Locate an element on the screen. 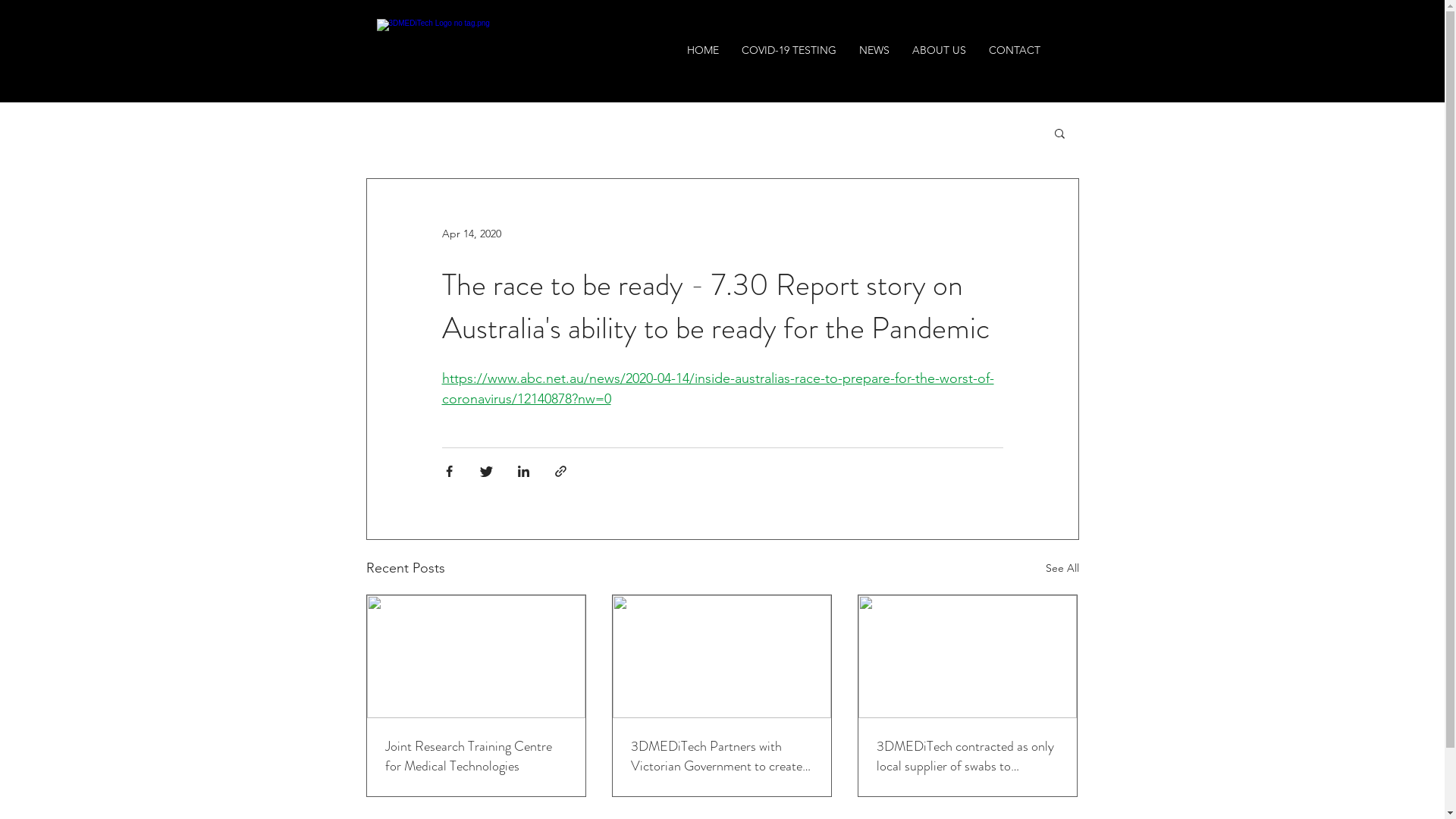 This screenshot has height=819, width=1456. 'NEWS' is located at coordinates (874, 49).